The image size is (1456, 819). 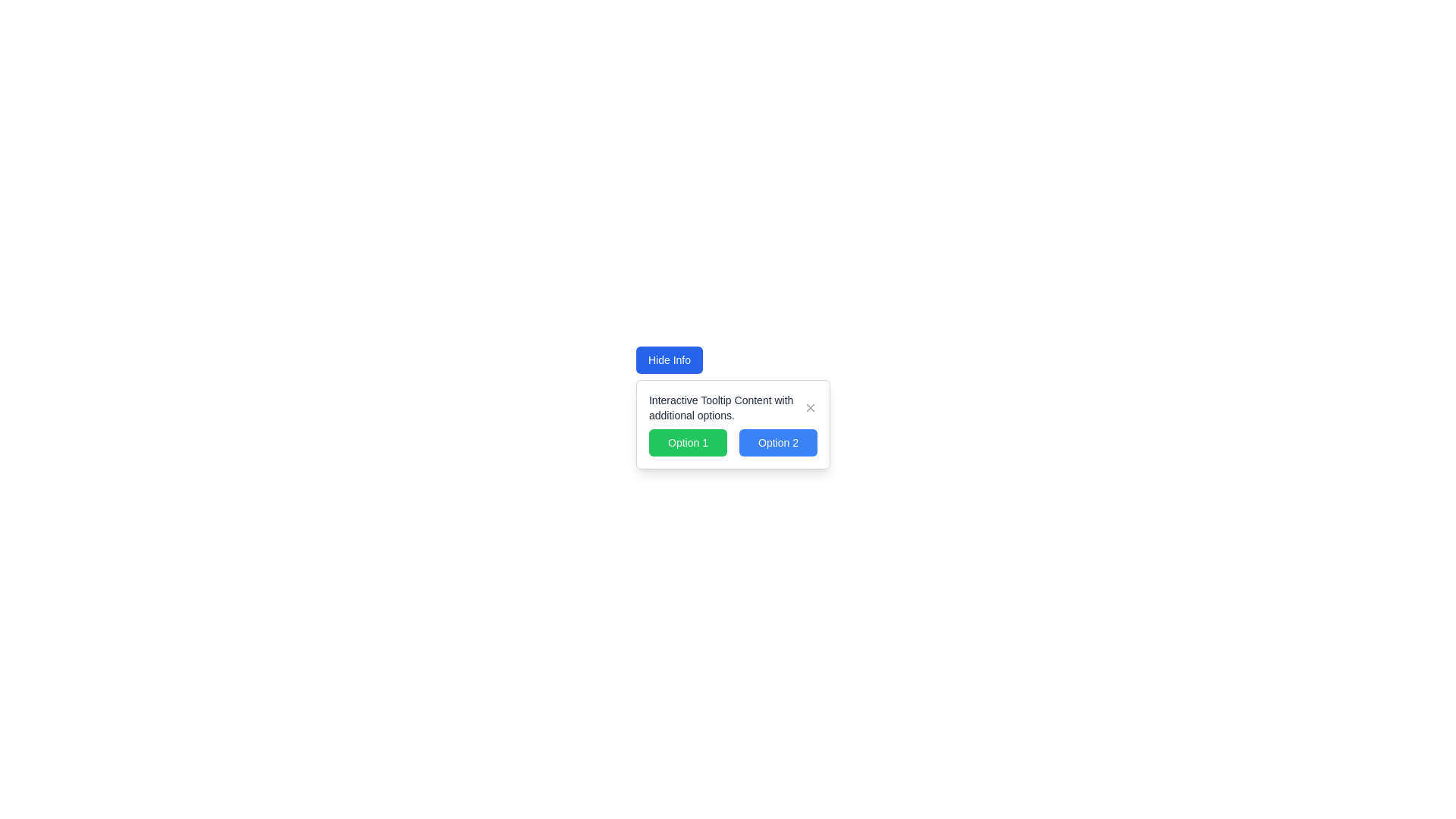 What do you see at coordinates (687, 442) in the screenshot?
I see `the 'Option 1' button, which is a green rectangular button with white text` at bounding box center [687, 442].